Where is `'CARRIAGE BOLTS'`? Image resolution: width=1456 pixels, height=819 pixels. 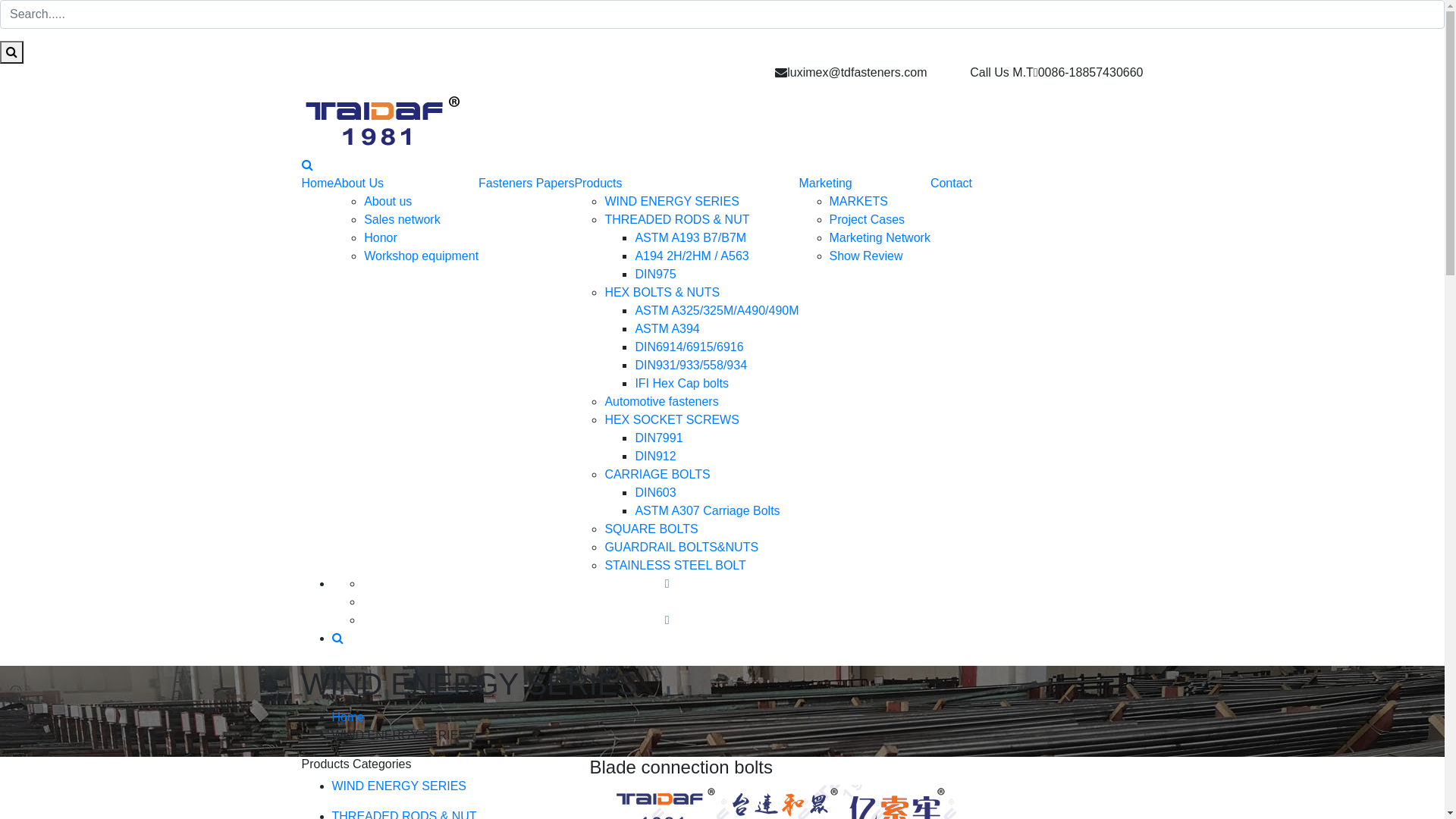
'CARRIAGE BOLTS' is located at coordinates (657, 473).